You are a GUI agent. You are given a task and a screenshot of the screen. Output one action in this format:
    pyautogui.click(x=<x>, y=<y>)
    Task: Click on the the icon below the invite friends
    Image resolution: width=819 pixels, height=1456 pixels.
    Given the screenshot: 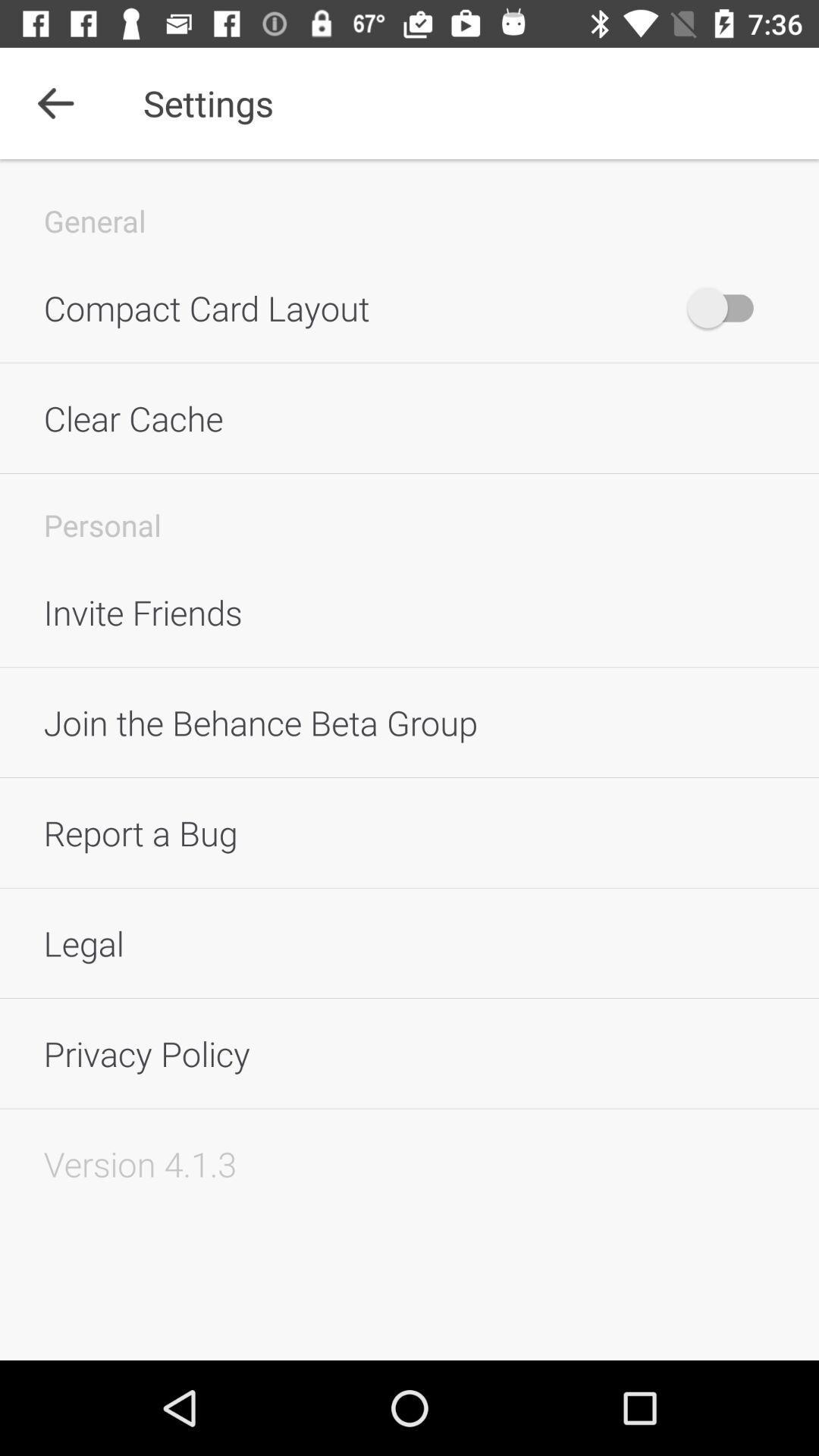 What is the action you would take?
    pyautogui.click(x=409, y=721)
    